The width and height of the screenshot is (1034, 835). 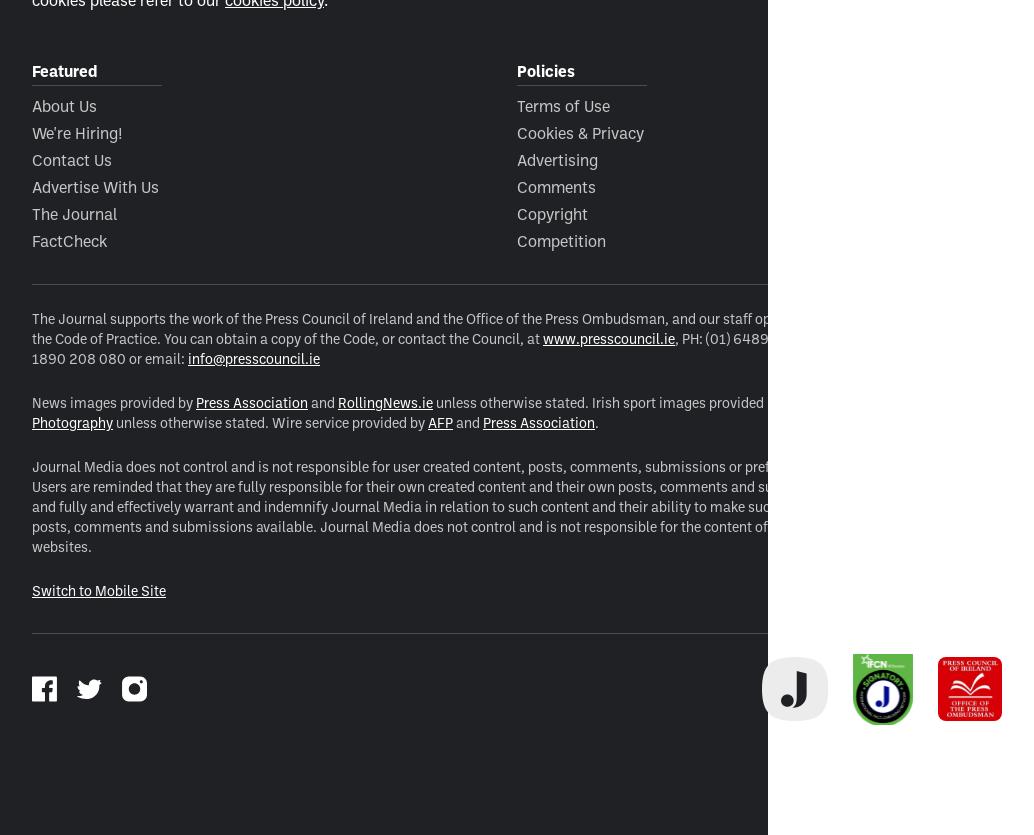 What do you see at coordinates (31, 589) in the screenshot?
I see `'Switch to Mobile Site'` at bounding box center [31, 589].